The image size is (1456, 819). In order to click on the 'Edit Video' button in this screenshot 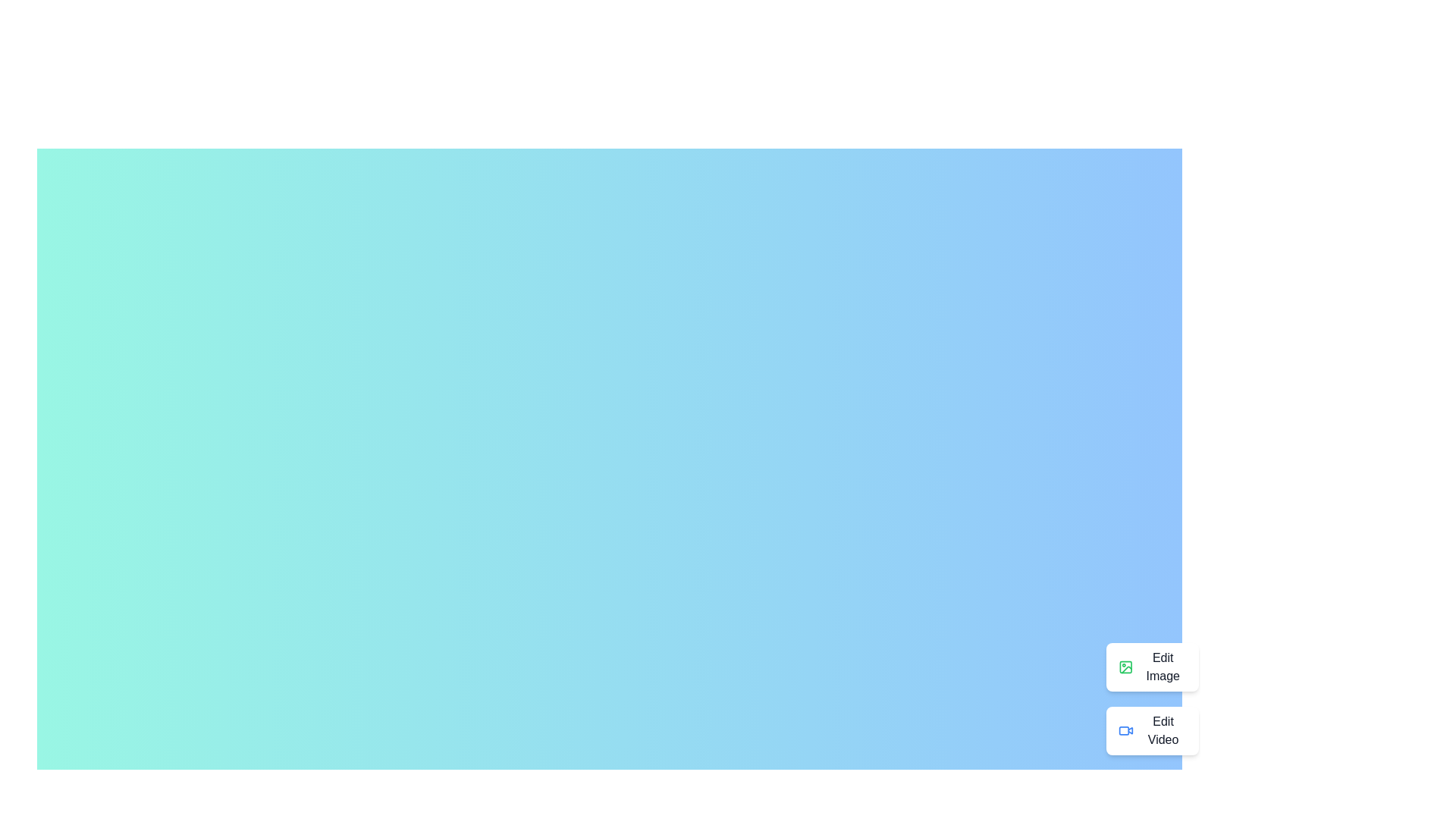, I will do `click(1152, 730)`.